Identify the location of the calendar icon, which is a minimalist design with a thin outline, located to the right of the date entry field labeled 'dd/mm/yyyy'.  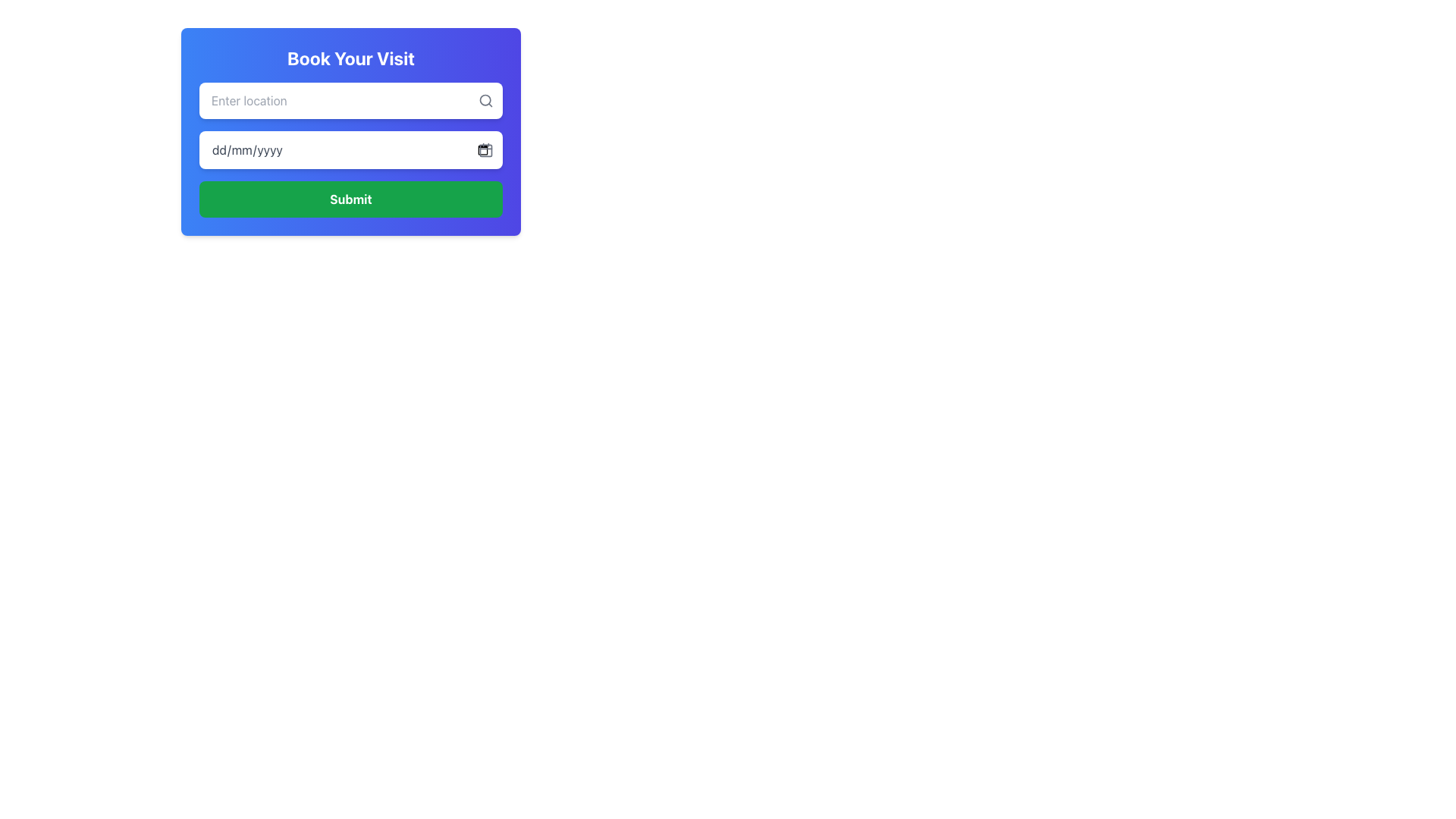
(486, 149).